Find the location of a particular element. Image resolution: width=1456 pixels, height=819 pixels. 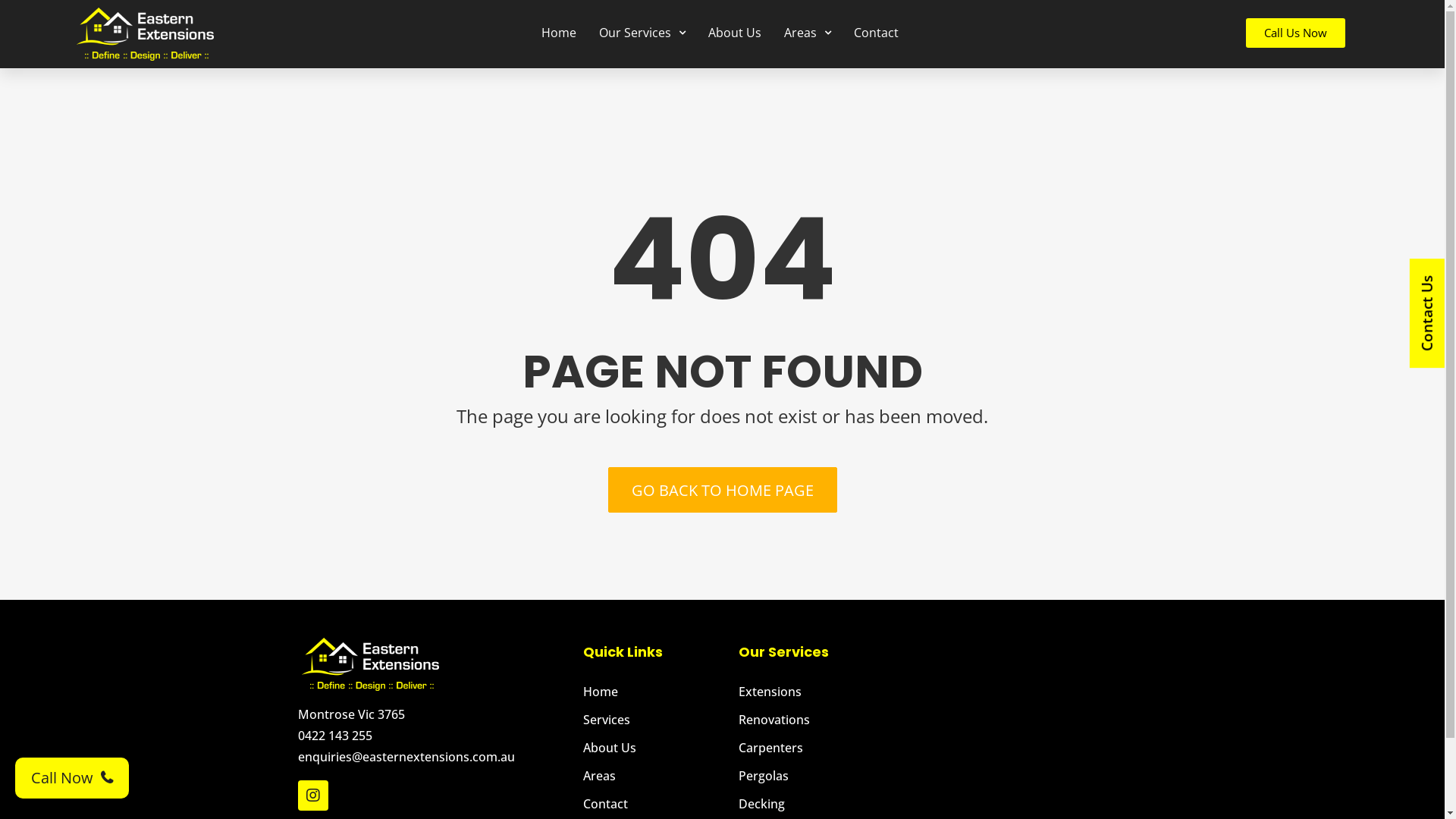

'Extensions' is located at coordinates (739, 691).